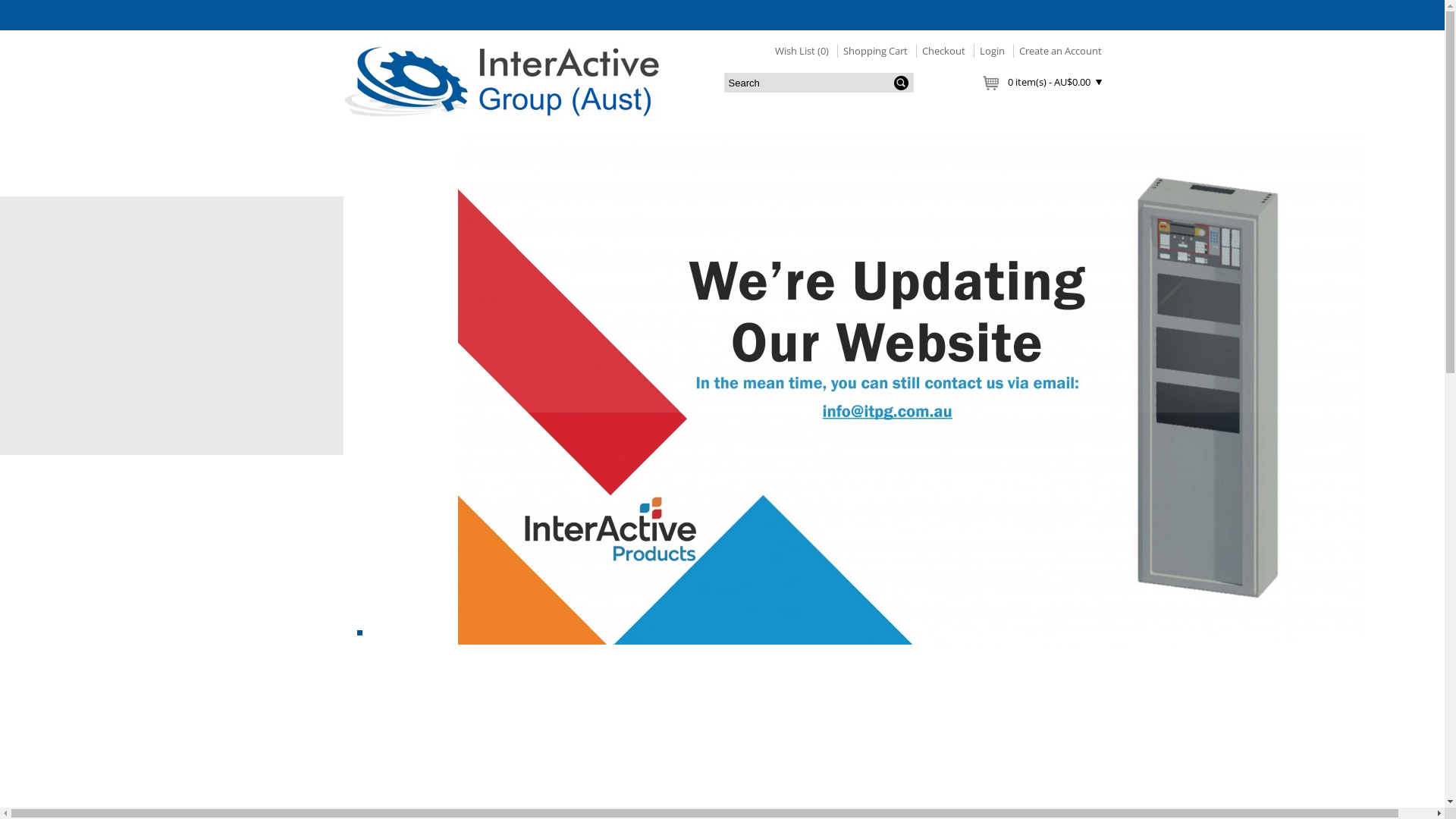 This screenshot has height=819, width=1456. What do you see at coordinates (872, 49) in the screenshot?
I see `'Shopping Cart'` at bounding box center [872, 49].